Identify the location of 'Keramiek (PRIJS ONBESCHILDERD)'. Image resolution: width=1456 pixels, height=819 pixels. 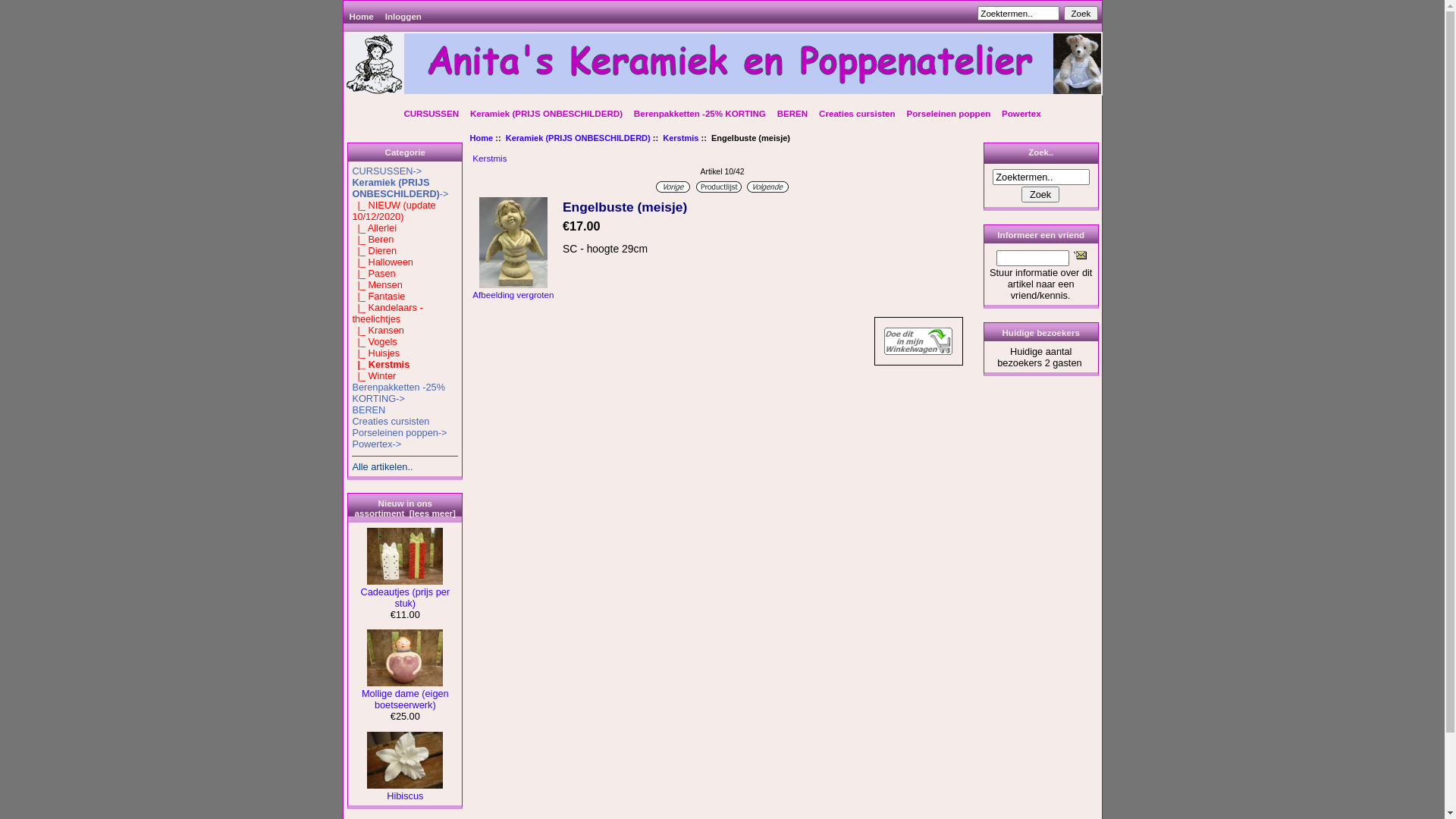
(577, 137).